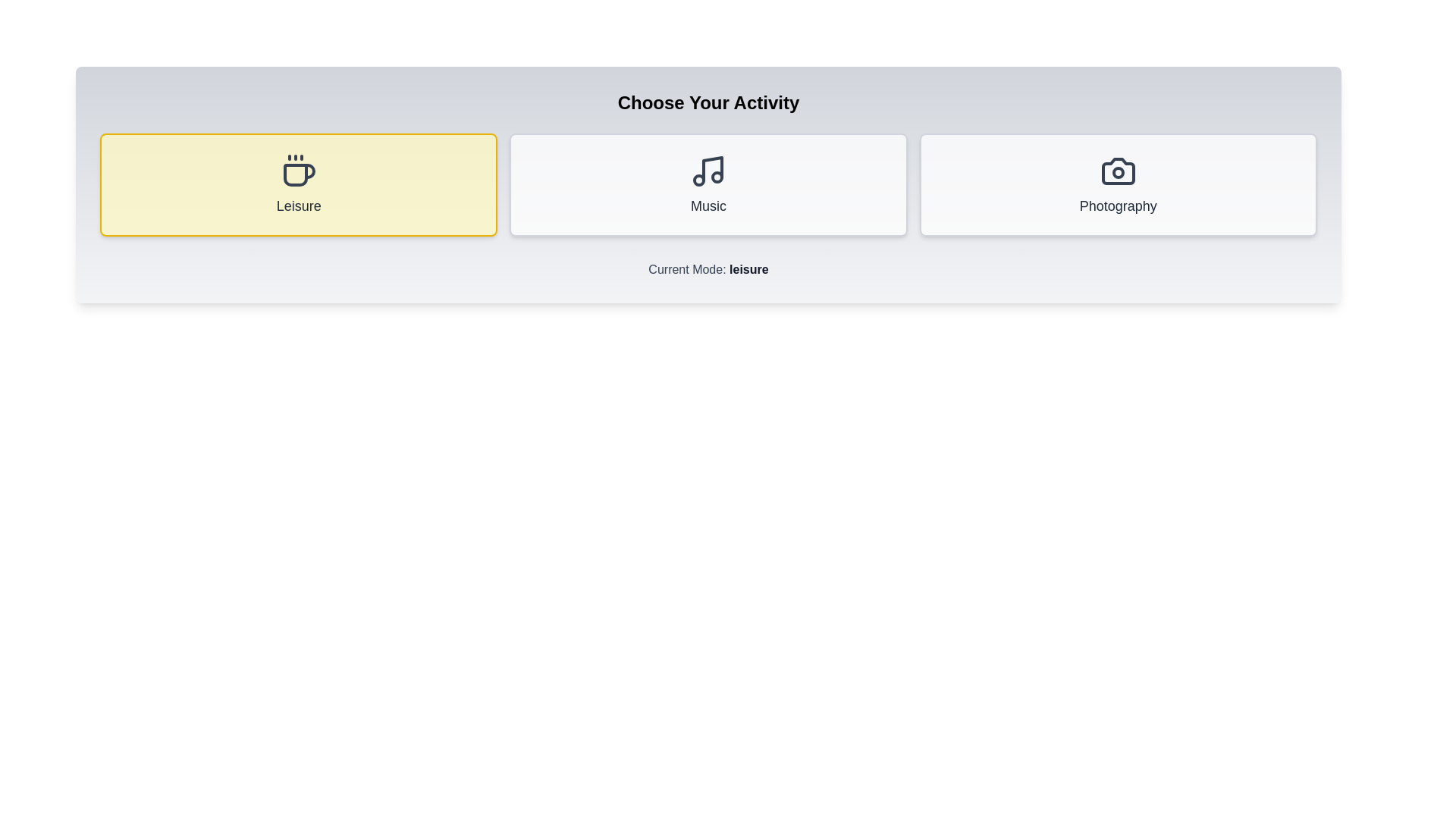 The width and height of the screenshot is (1456, 819). What do you see at coordinates (708, 184) in the screenshot?
I see `the Music button to observe its hover effect` at bounding box center [708, 184].